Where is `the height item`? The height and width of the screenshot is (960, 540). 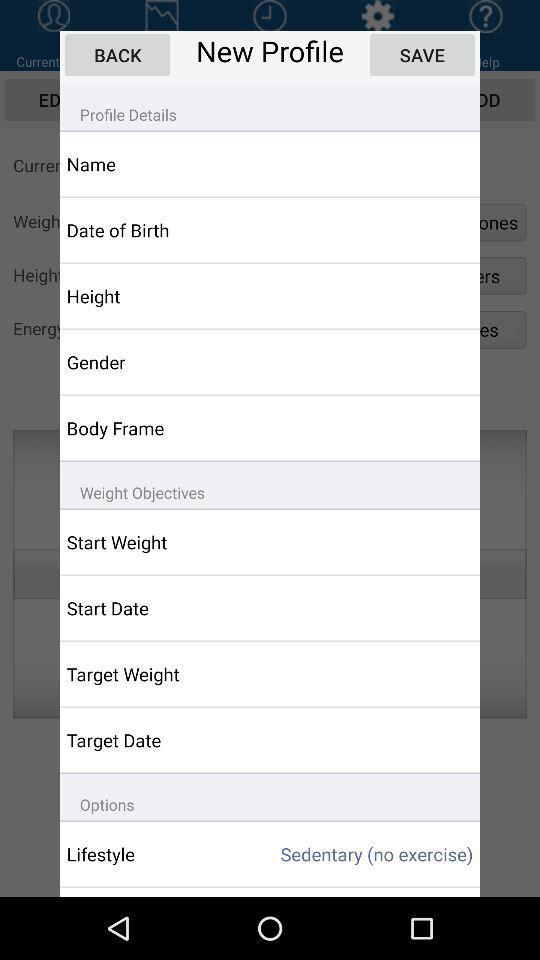 the height item is located at coordinates (155, 295).